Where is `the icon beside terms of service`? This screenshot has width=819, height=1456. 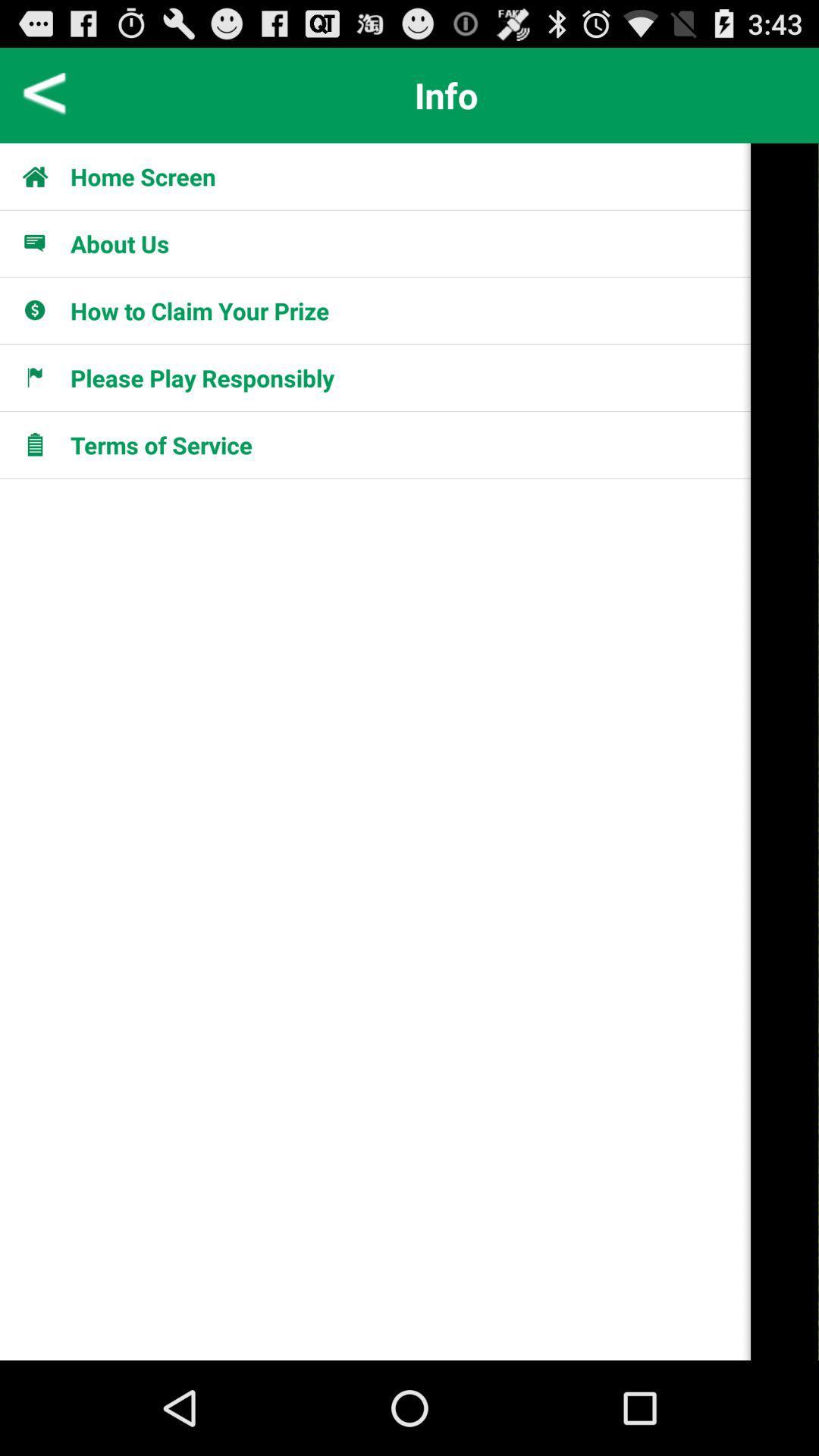 the icon beside terms of service is located at coordinates (42, 444).